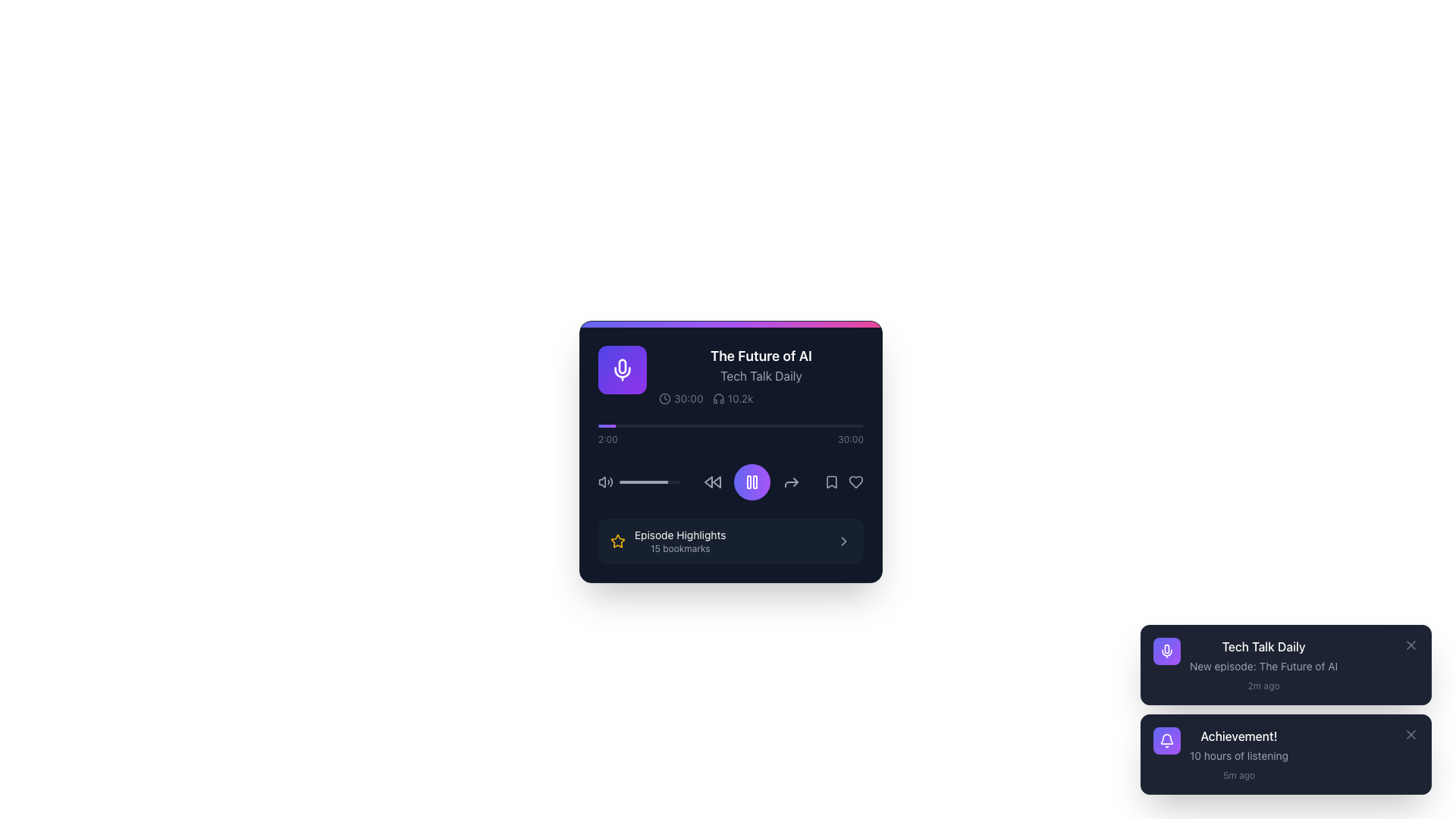 Image resolution: width=1456 pixels, height=819 pixels. Describe the element at coordinates (1166, 739) in the screenshot. I see `the Icon button, which is a small, rounded-square button with a gradient background and a white bell icon, located next to the notification text 'Achievement! 10 hours of listening'` at that location.